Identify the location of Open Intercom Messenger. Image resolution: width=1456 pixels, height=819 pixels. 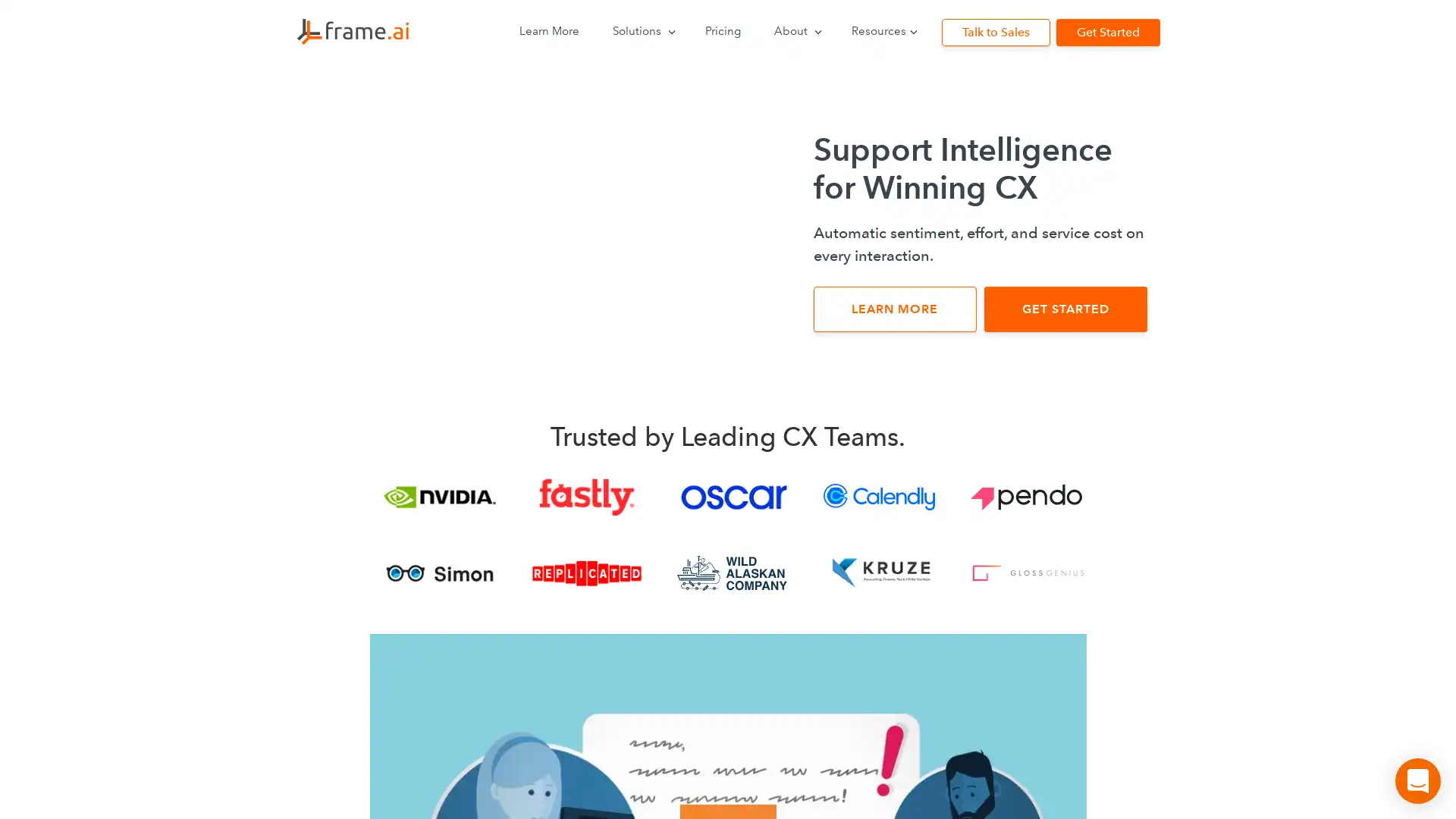
(1417, 780).